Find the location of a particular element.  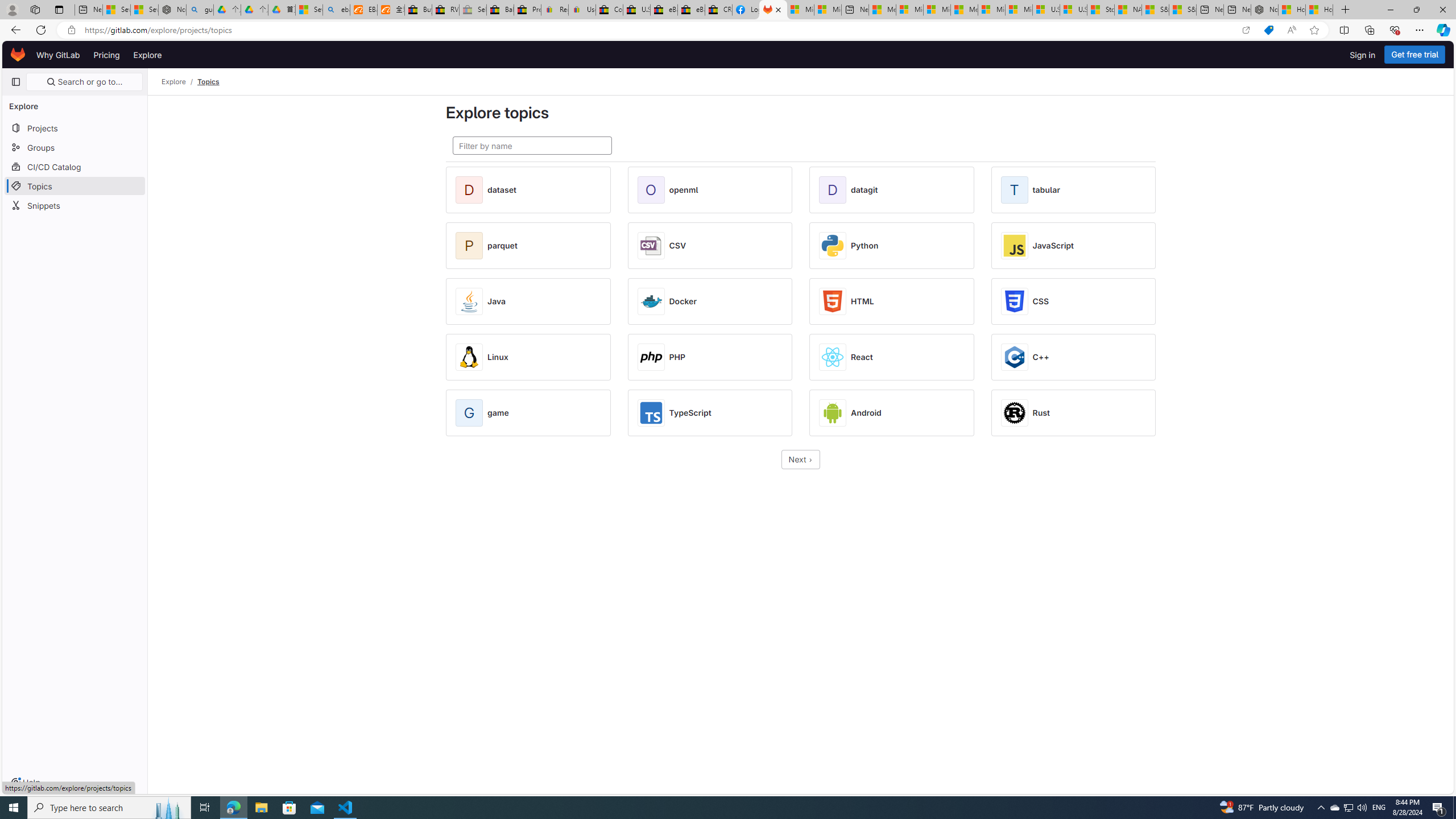

'Homepage' is located at coordinates (18, 54).